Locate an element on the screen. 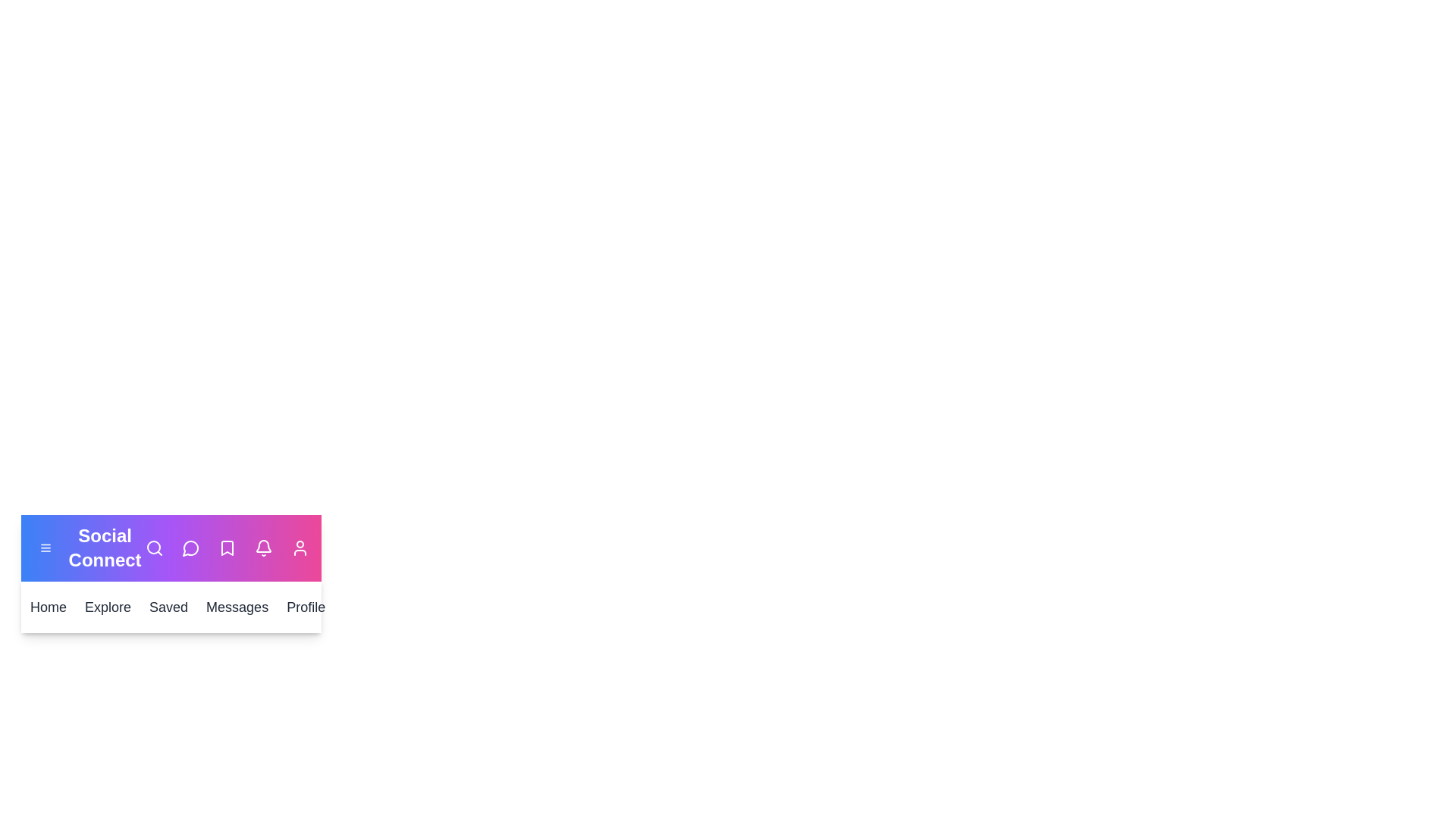  the Home button to navigate to the Home section is located at coordinates (48, 607).